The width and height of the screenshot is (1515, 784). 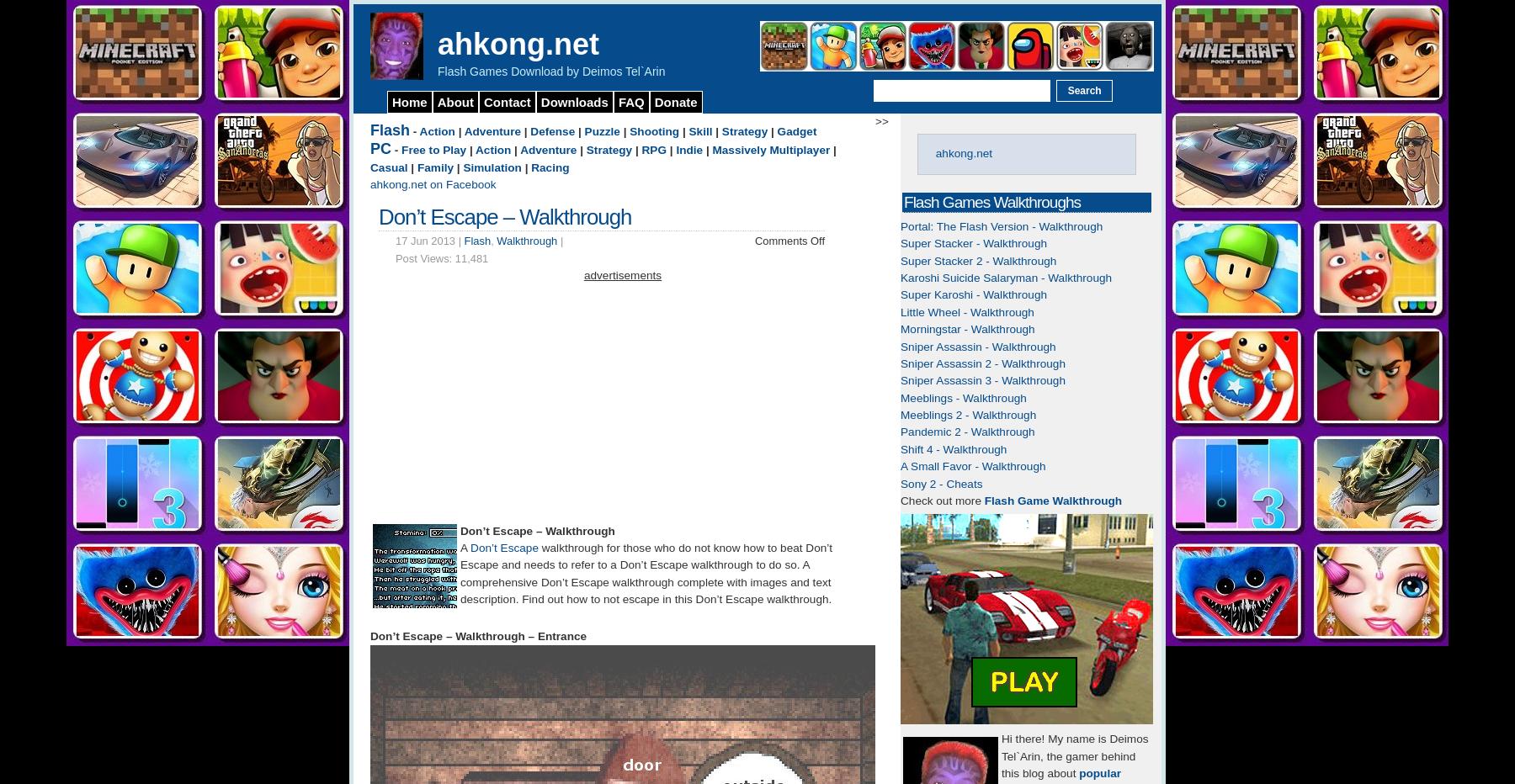 I want to click on 'Simulation', so click(x=492, y=167).